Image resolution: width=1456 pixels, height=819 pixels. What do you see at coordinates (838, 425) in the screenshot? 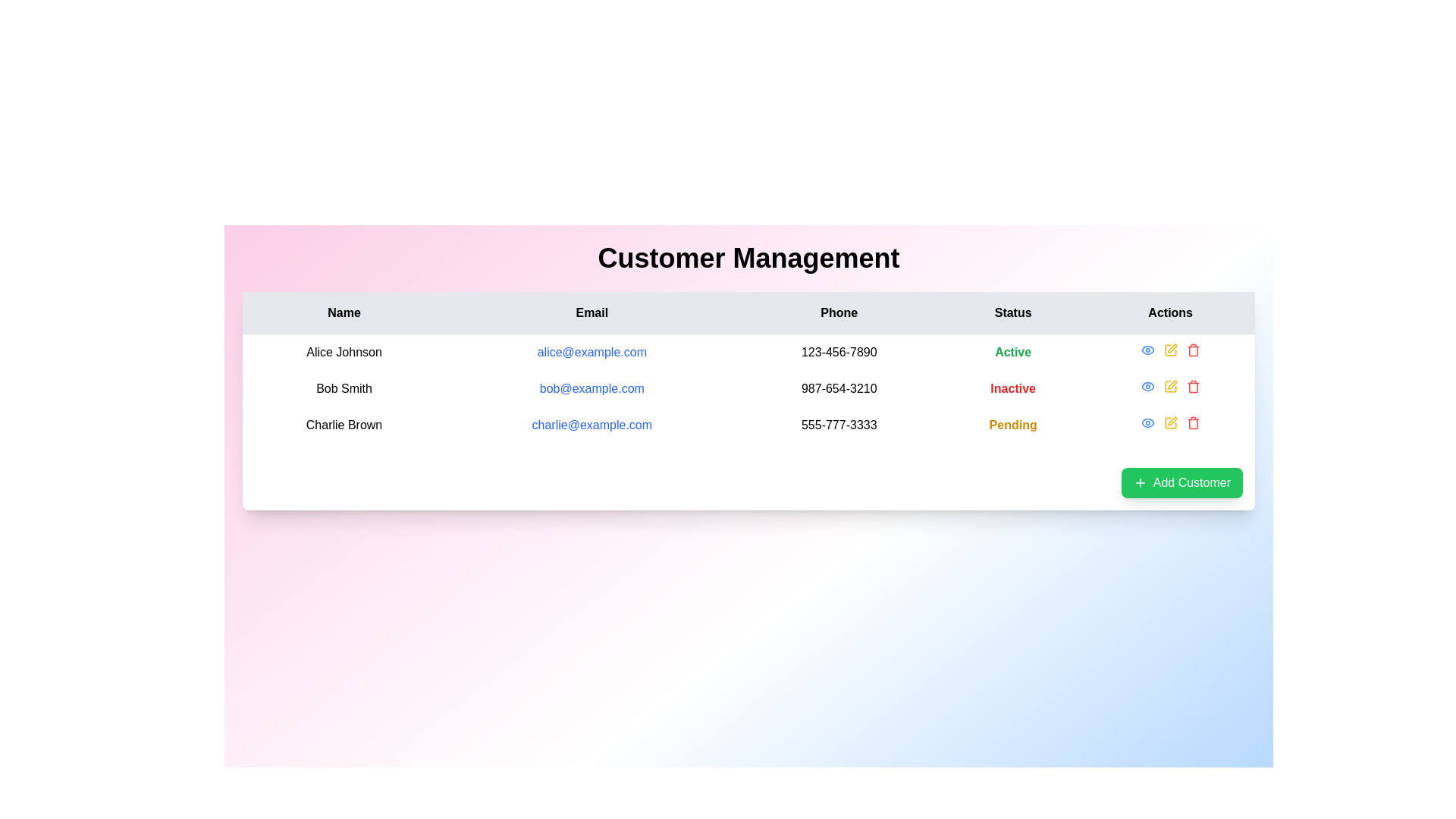
I see `the static text display showing the phone number for 'Charlie Brown', located in the third row of the table under the 'Phone' column` at bounding box center [838, 425].